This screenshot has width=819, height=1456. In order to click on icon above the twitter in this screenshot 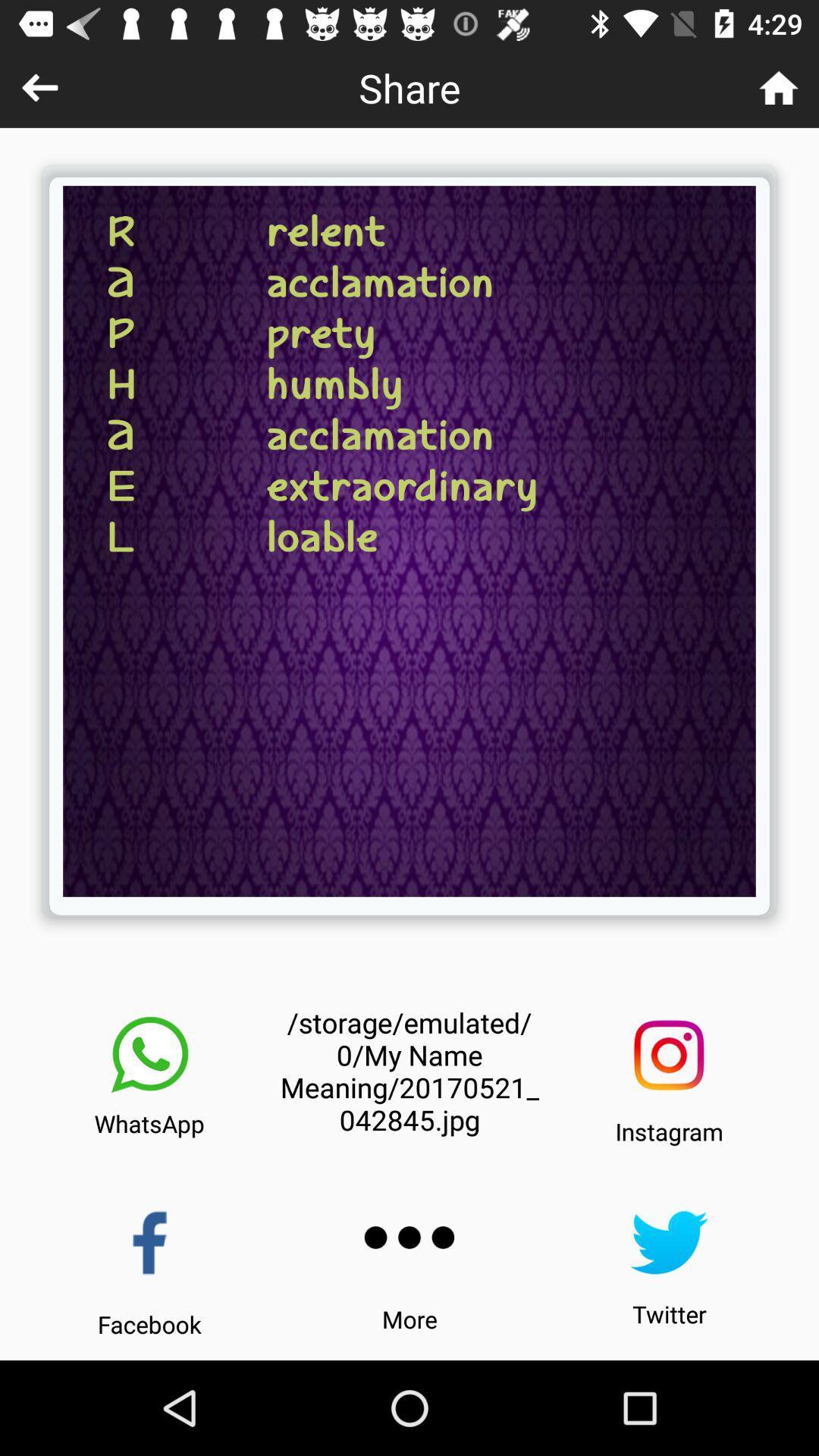, I will do `click(668, 1242)`.